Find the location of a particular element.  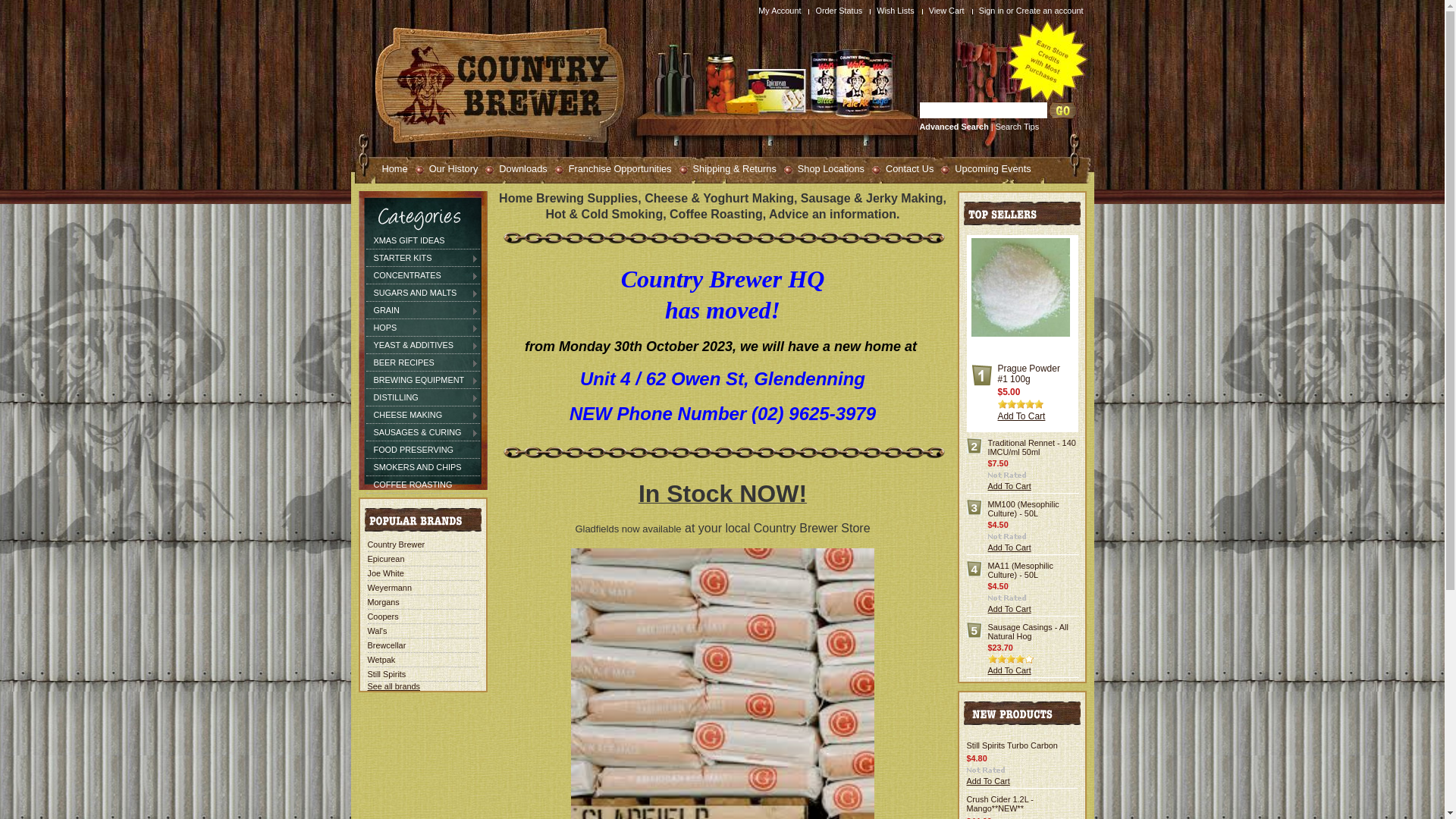

'Sign in' is located at coordinates (991, 11).